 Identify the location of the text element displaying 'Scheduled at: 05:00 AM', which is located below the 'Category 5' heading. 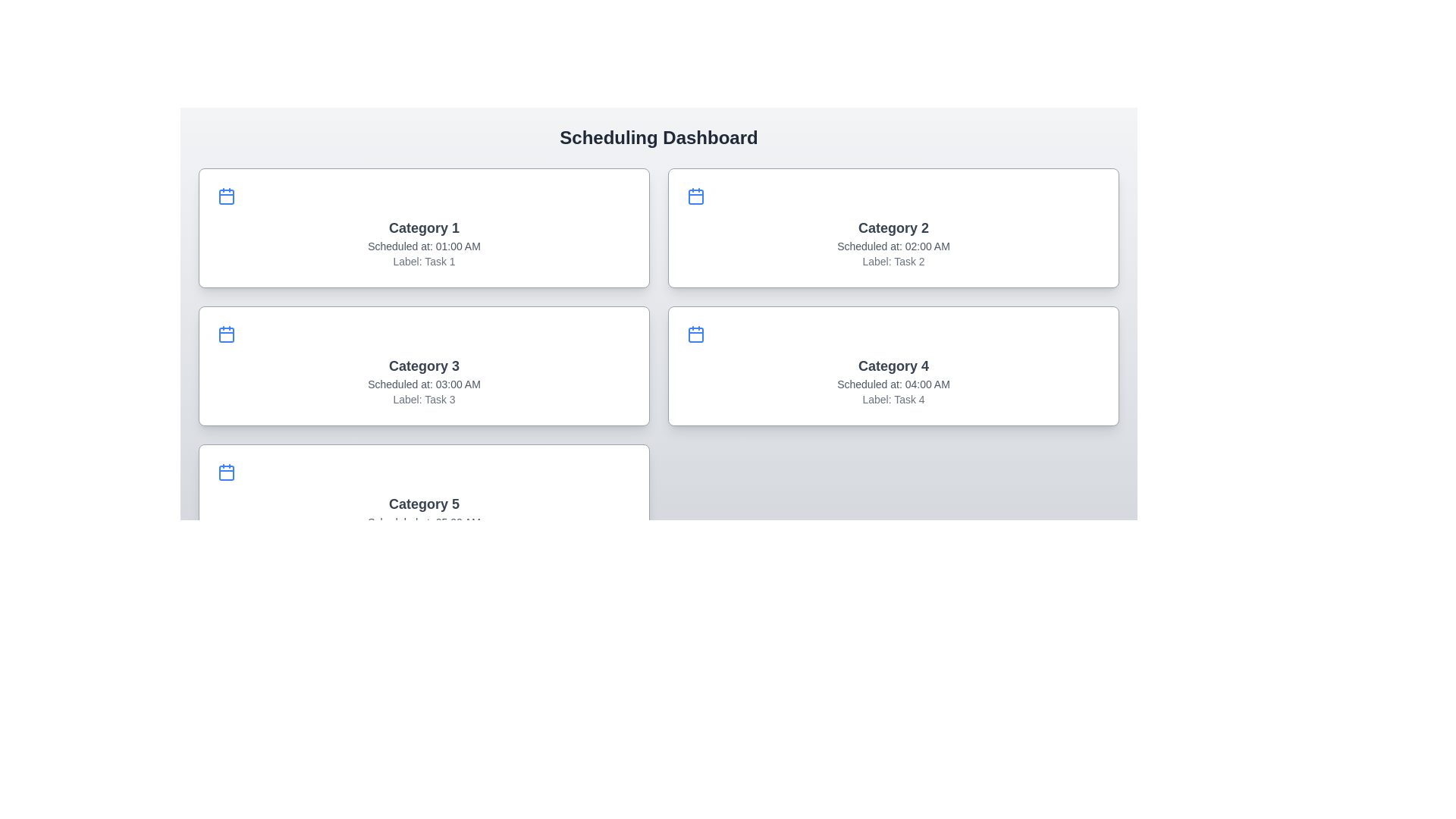
(424, 522).